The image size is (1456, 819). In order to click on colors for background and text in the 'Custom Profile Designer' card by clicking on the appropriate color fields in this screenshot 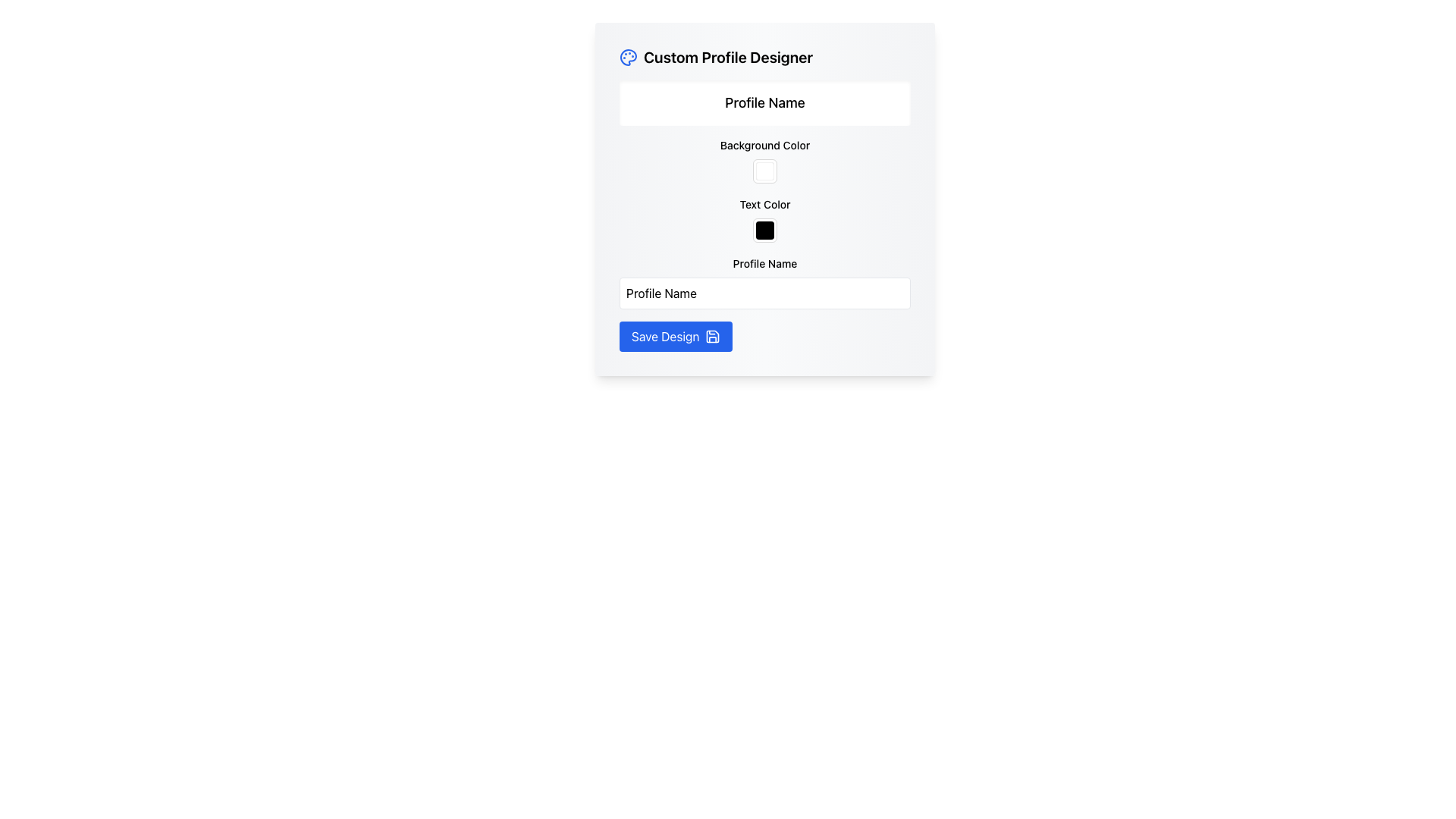, I will do `click(764, 198)`.